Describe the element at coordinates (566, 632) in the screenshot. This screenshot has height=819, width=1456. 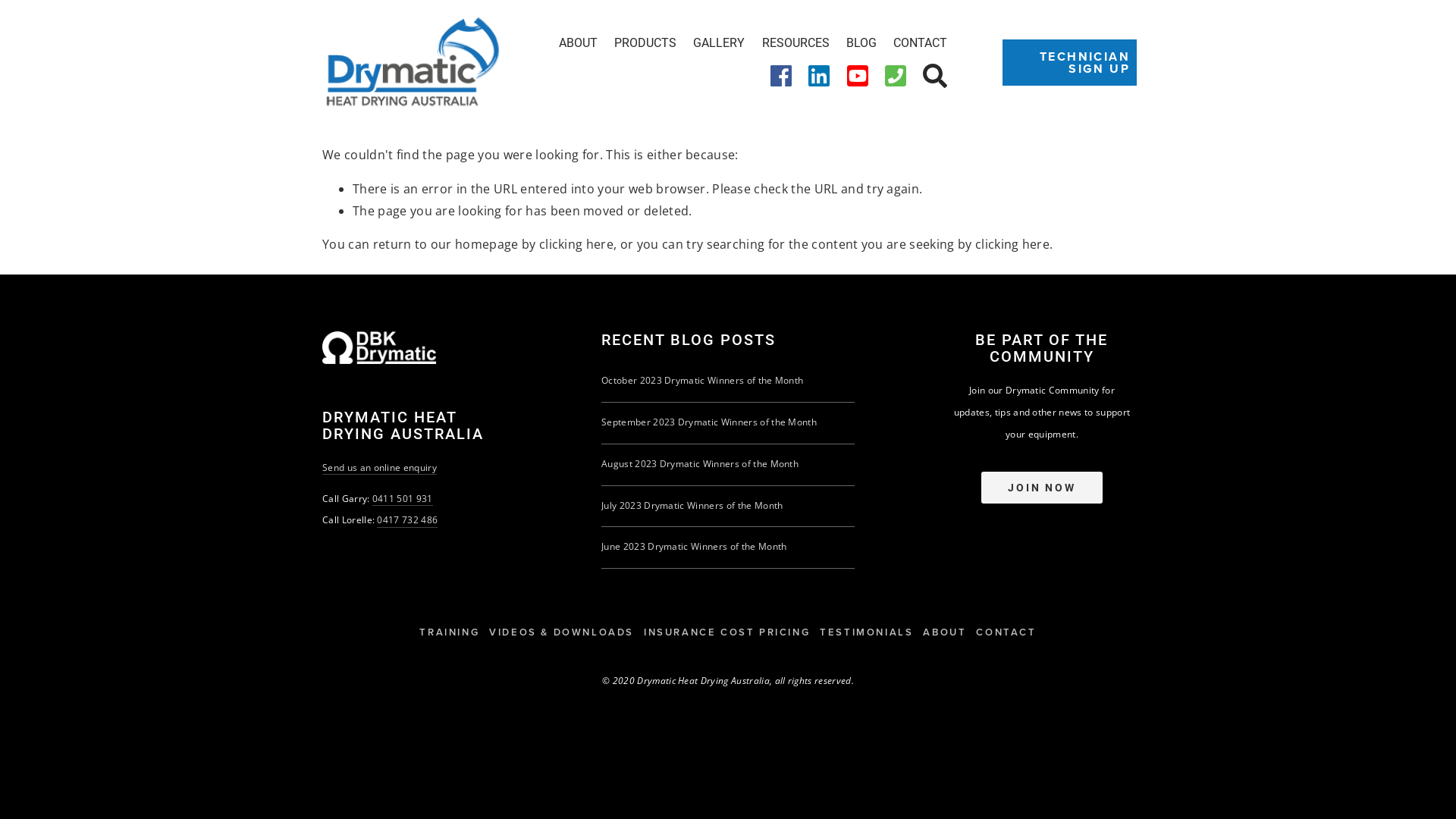
I see `'VIDEOS & DOWNLOADS'` at that location.